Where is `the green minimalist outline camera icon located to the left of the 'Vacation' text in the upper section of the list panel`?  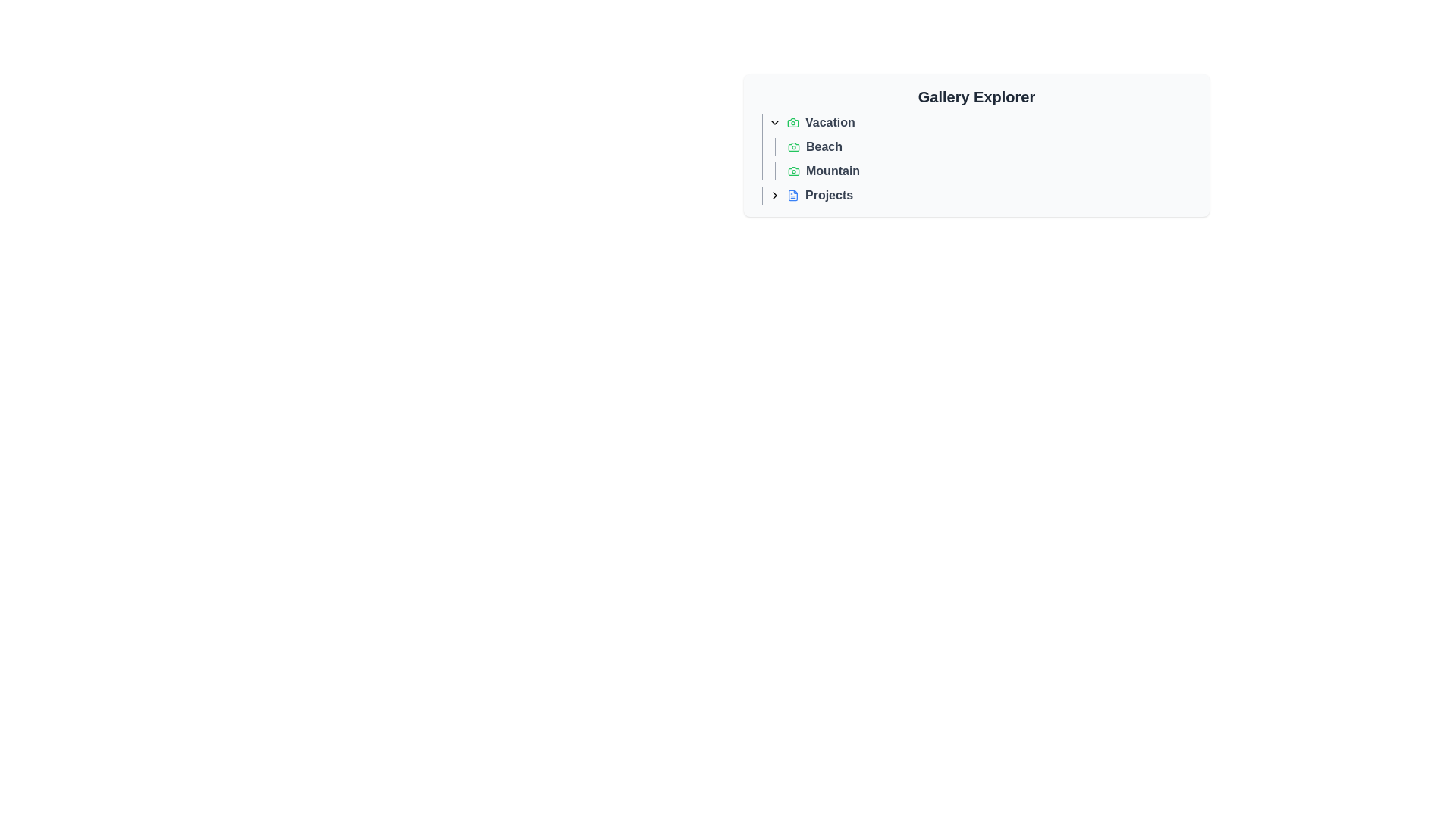 the green minimalist outline camera icon located to the left of the 'Vacation' text in the upper section of the list panel is located at coordinates (792, 122).